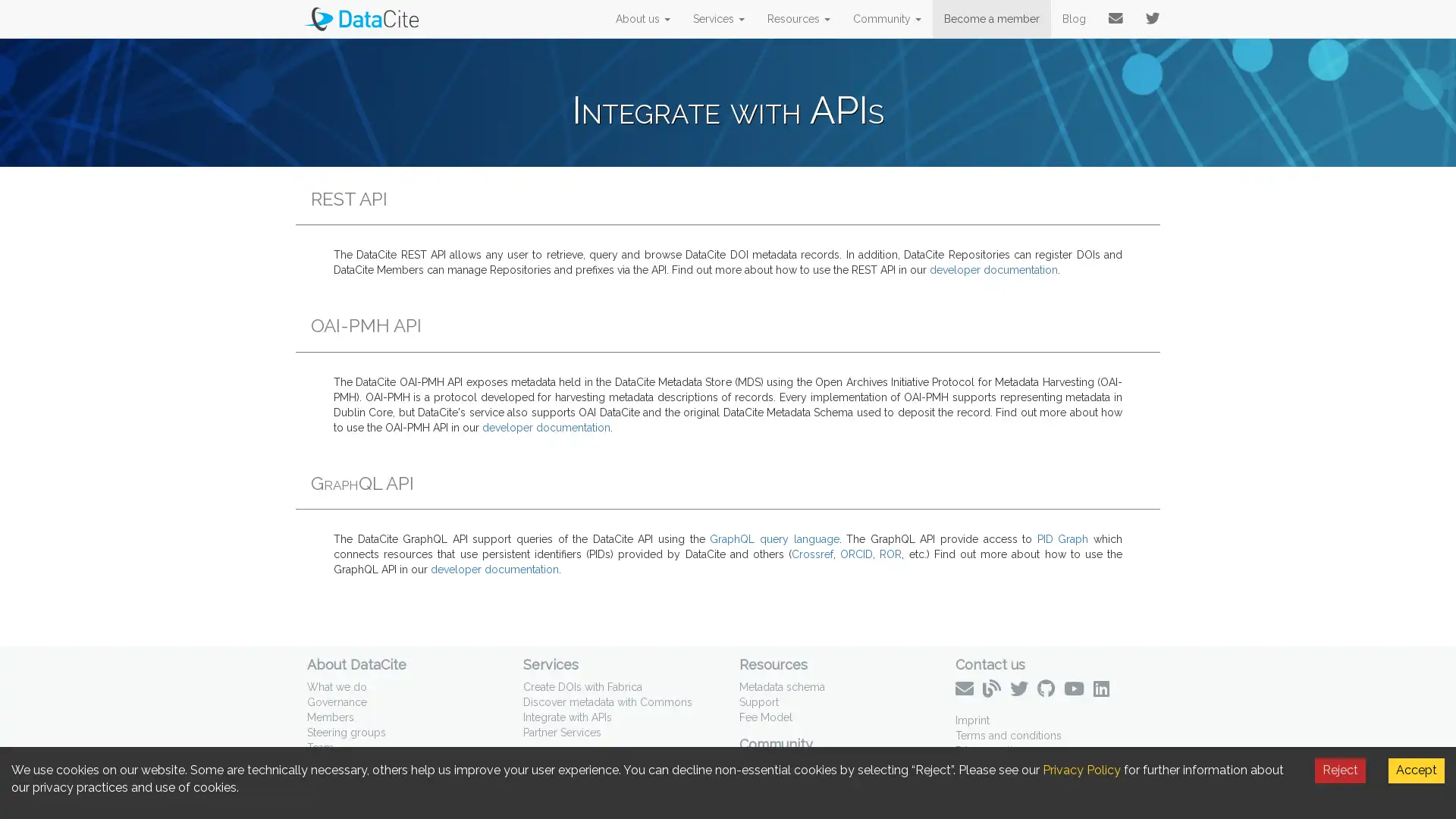 The height and width of the screenshot is (819, 1456). What do you see at coordinates (1340, 770) in the screenshot?
I see `Decline cookies` at bounding box center [1340, 770].